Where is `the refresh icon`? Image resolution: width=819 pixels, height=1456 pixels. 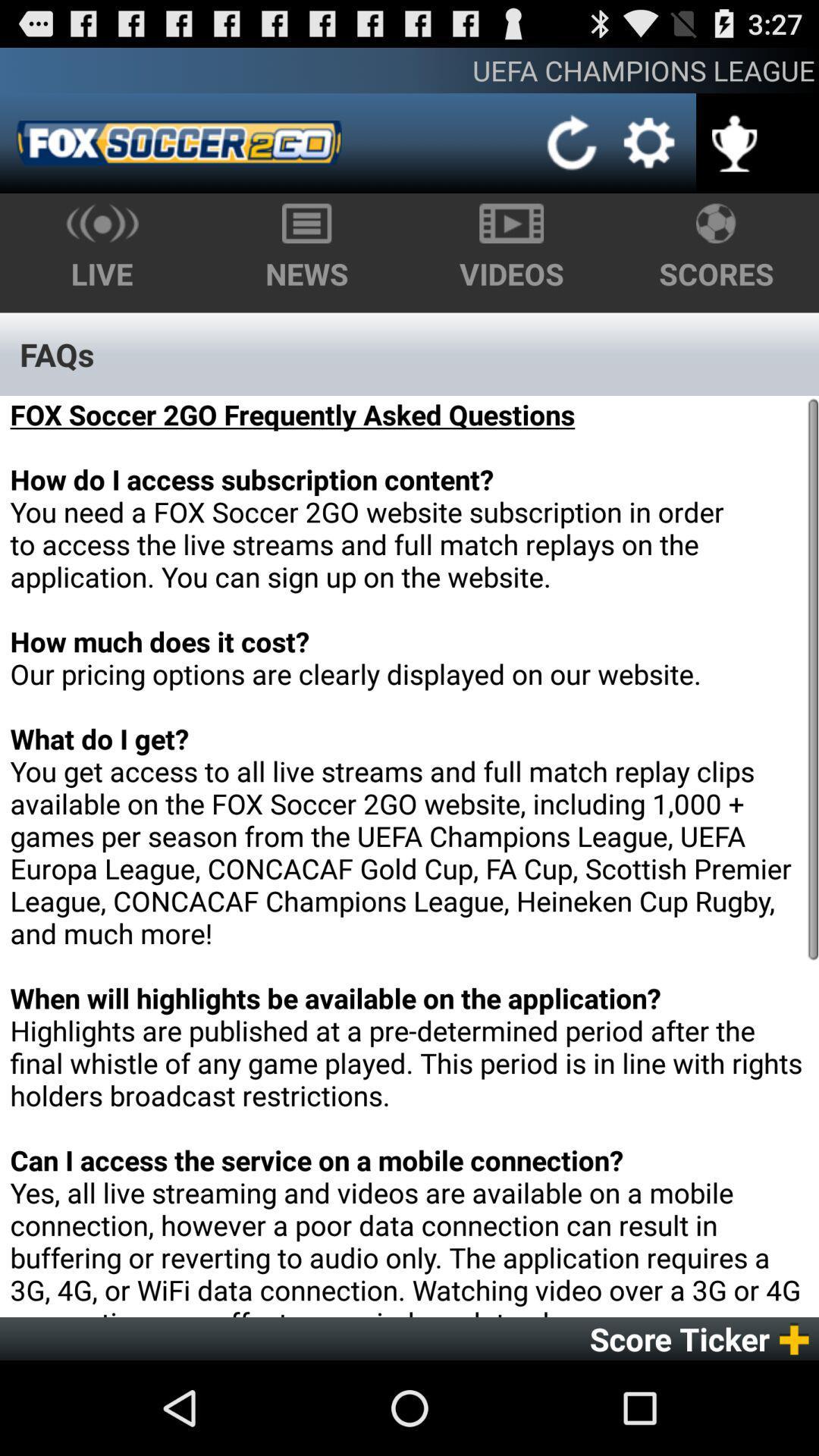
the refresh icon is located at coordinates (573, 153).